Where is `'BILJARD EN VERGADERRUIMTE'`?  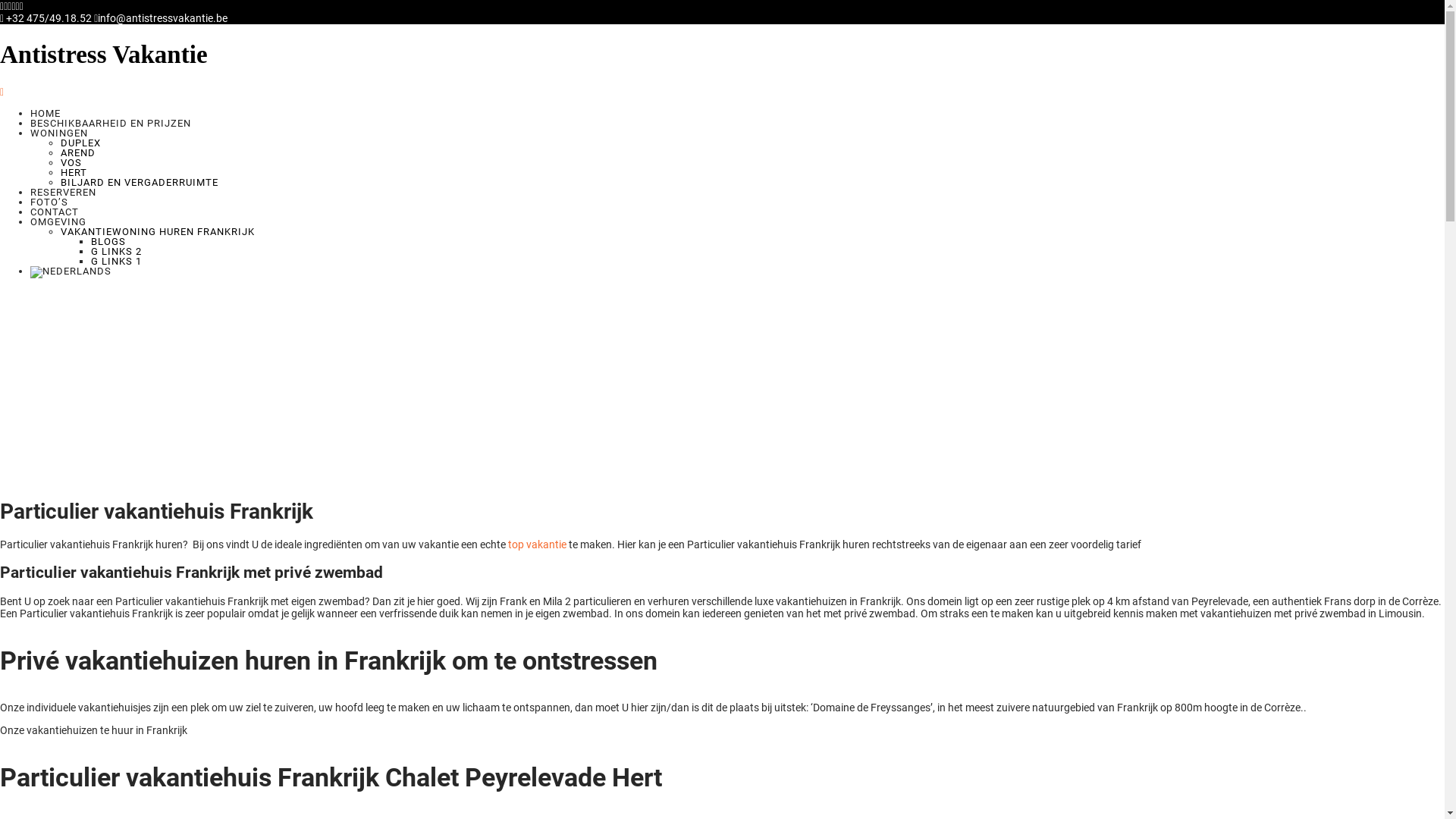 'BILJARD EN VERGADERRUIMTE' is located at coordinates (139, 181).